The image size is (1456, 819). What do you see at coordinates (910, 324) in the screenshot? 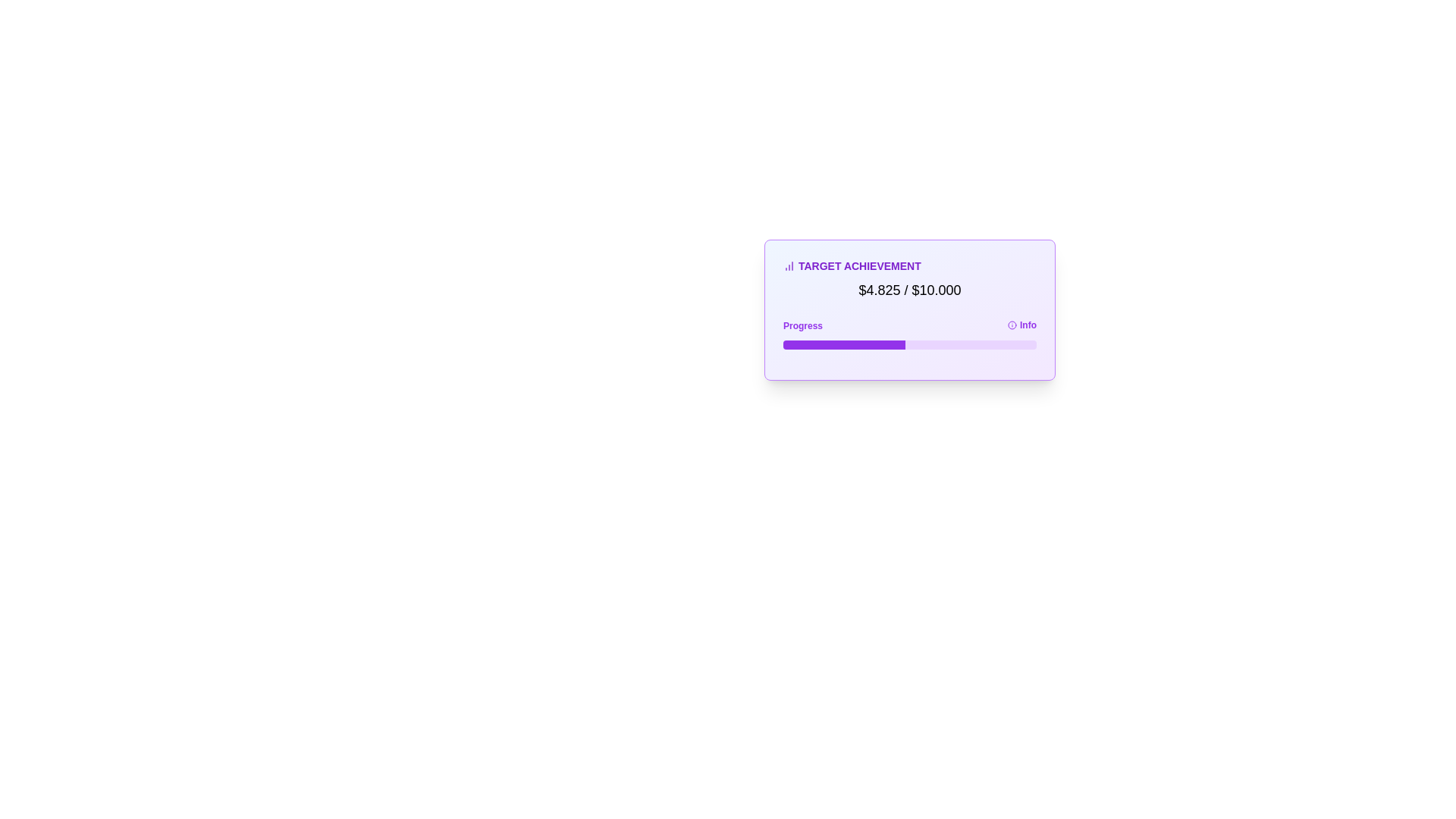
I see `the associated circular icon next to the word 'Info' in the horizontal text label element that describes a feature` at bounding box center [910, 324].